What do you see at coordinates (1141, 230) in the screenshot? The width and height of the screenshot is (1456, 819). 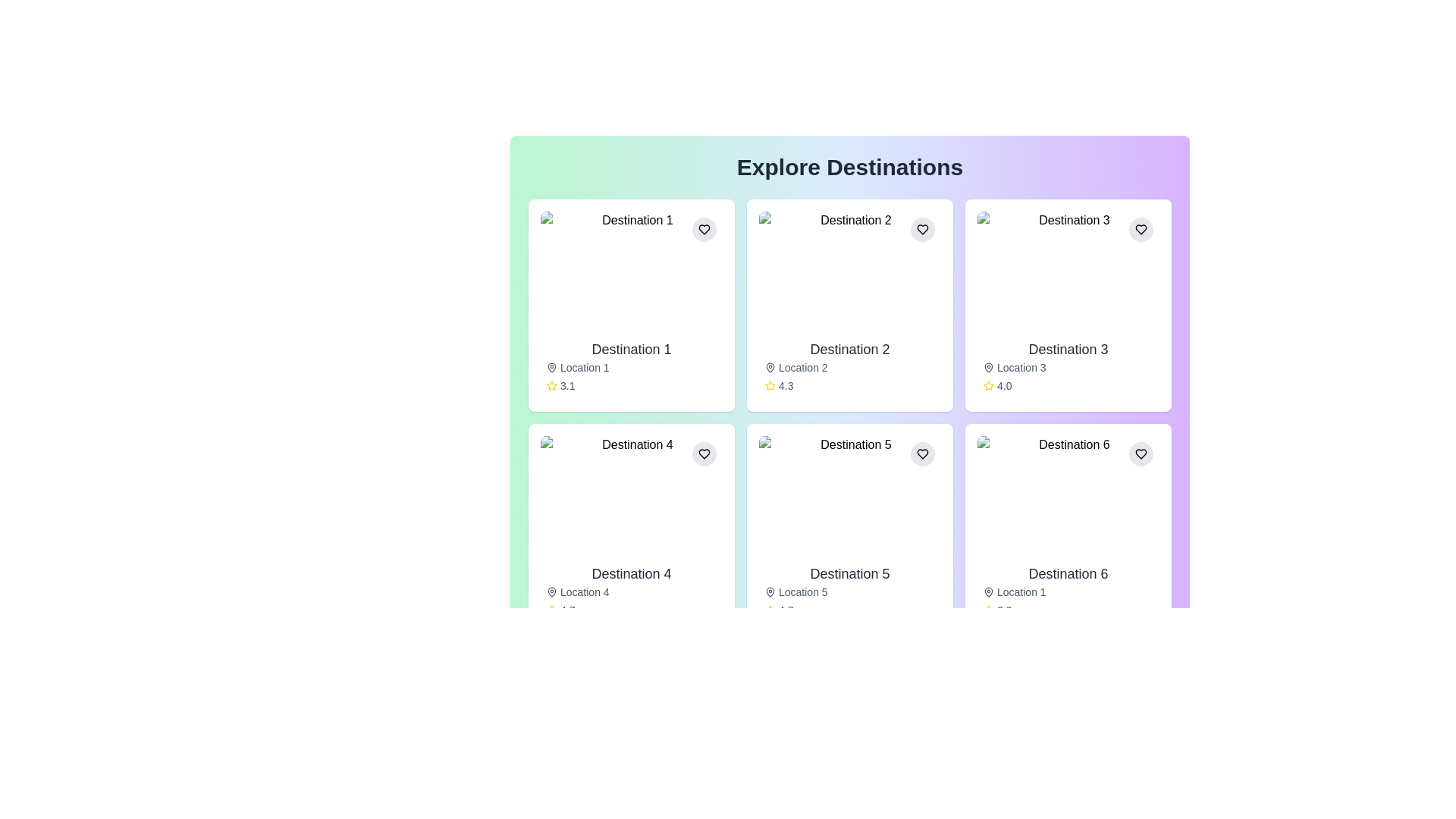 I see `the heart-shaped icon outlined in black` at bounding box center [1141, 230].